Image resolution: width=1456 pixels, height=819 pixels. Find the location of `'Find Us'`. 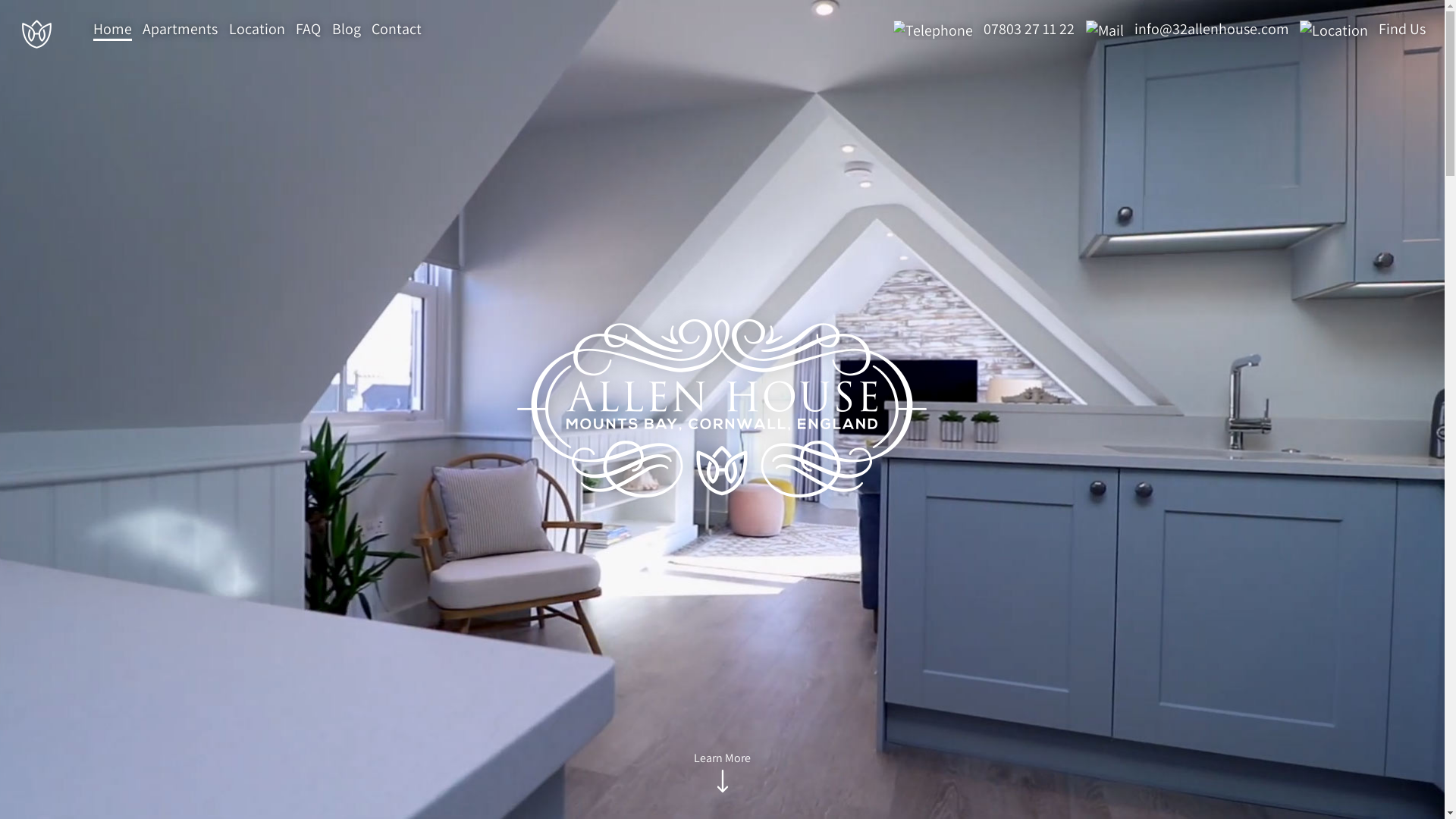

'Find Us' is located at coordinates (1291, 29).